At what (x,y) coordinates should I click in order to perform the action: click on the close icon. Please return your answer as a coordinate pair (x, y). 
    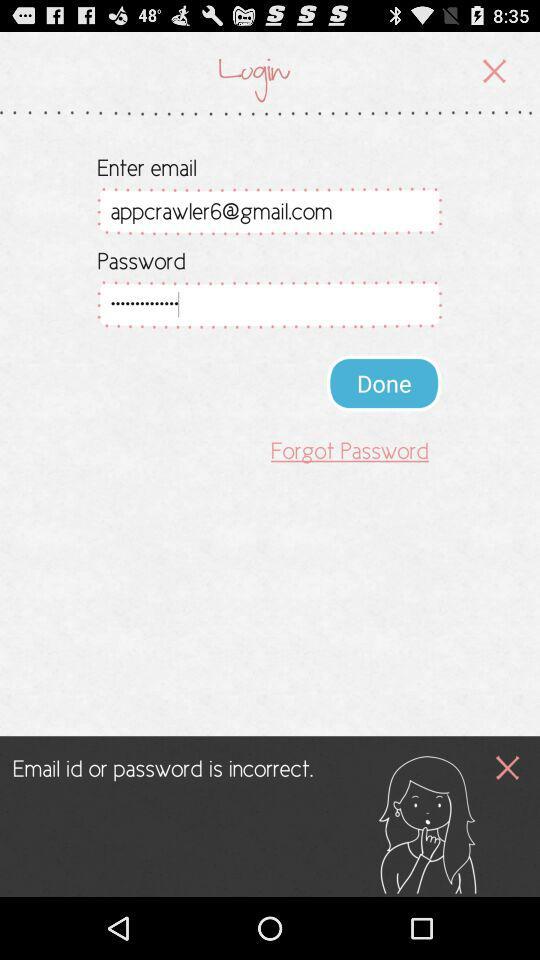
    Looking at the image, I should click on (508, 821).